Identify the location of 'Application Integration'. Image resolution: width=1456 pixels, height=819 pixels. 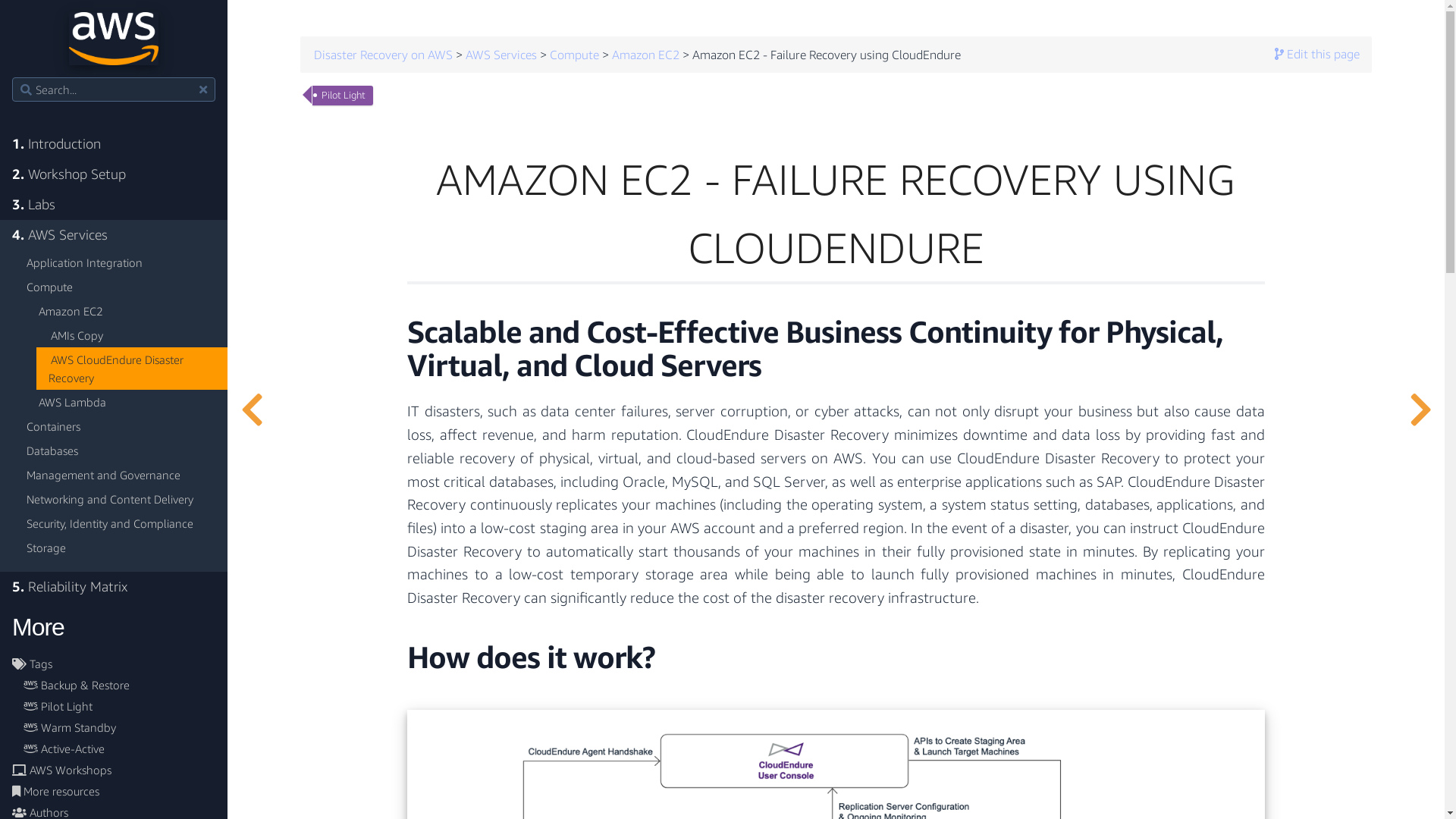
(119, 262).